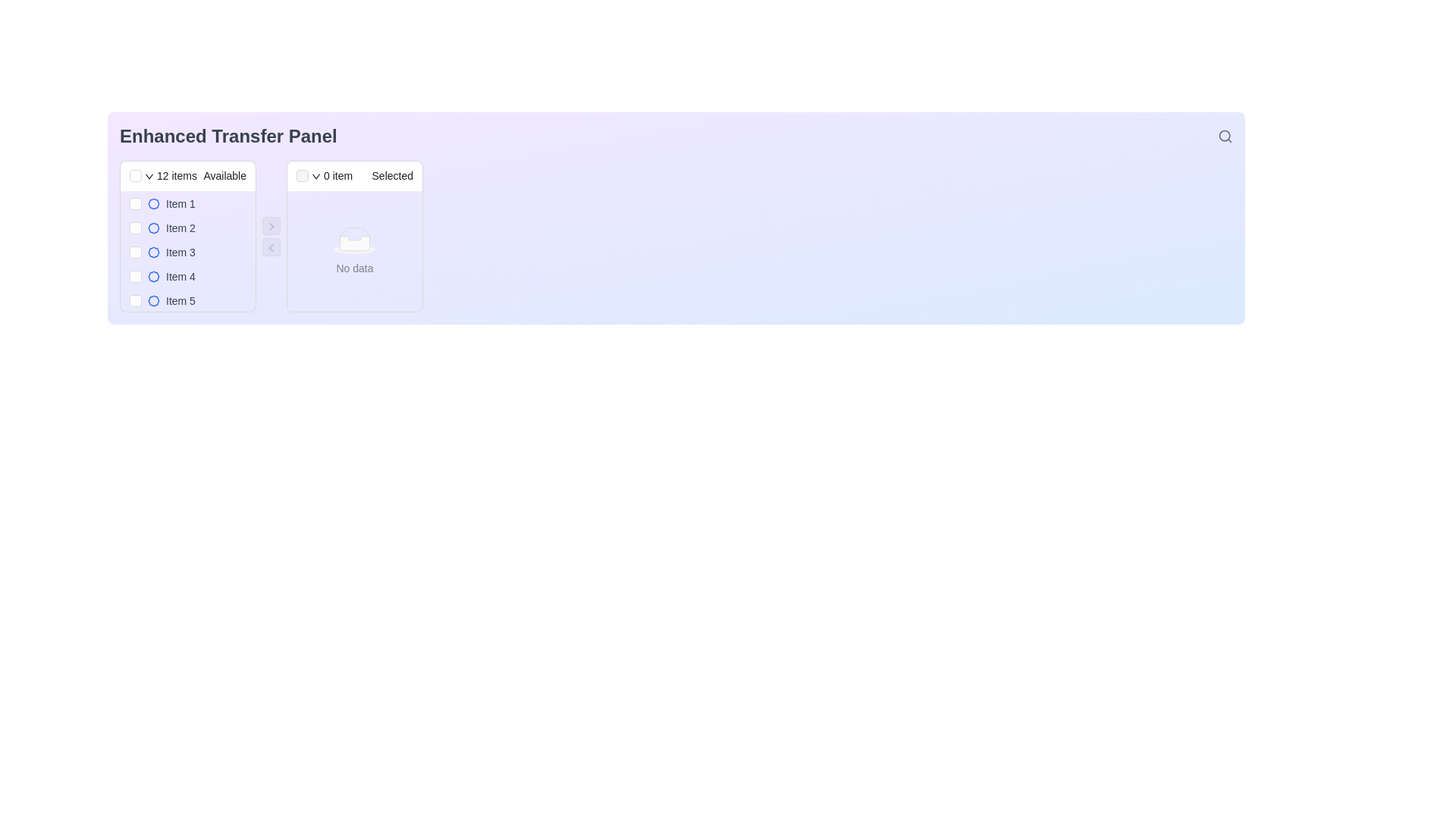 The height and width of the screenshot is (819, 1456). I want to click on the Dropdown trigger icon, which is a small downward pointing arrow adjacent to the text '12 items Available' in the header of the left-hand list, so click(149, 175).